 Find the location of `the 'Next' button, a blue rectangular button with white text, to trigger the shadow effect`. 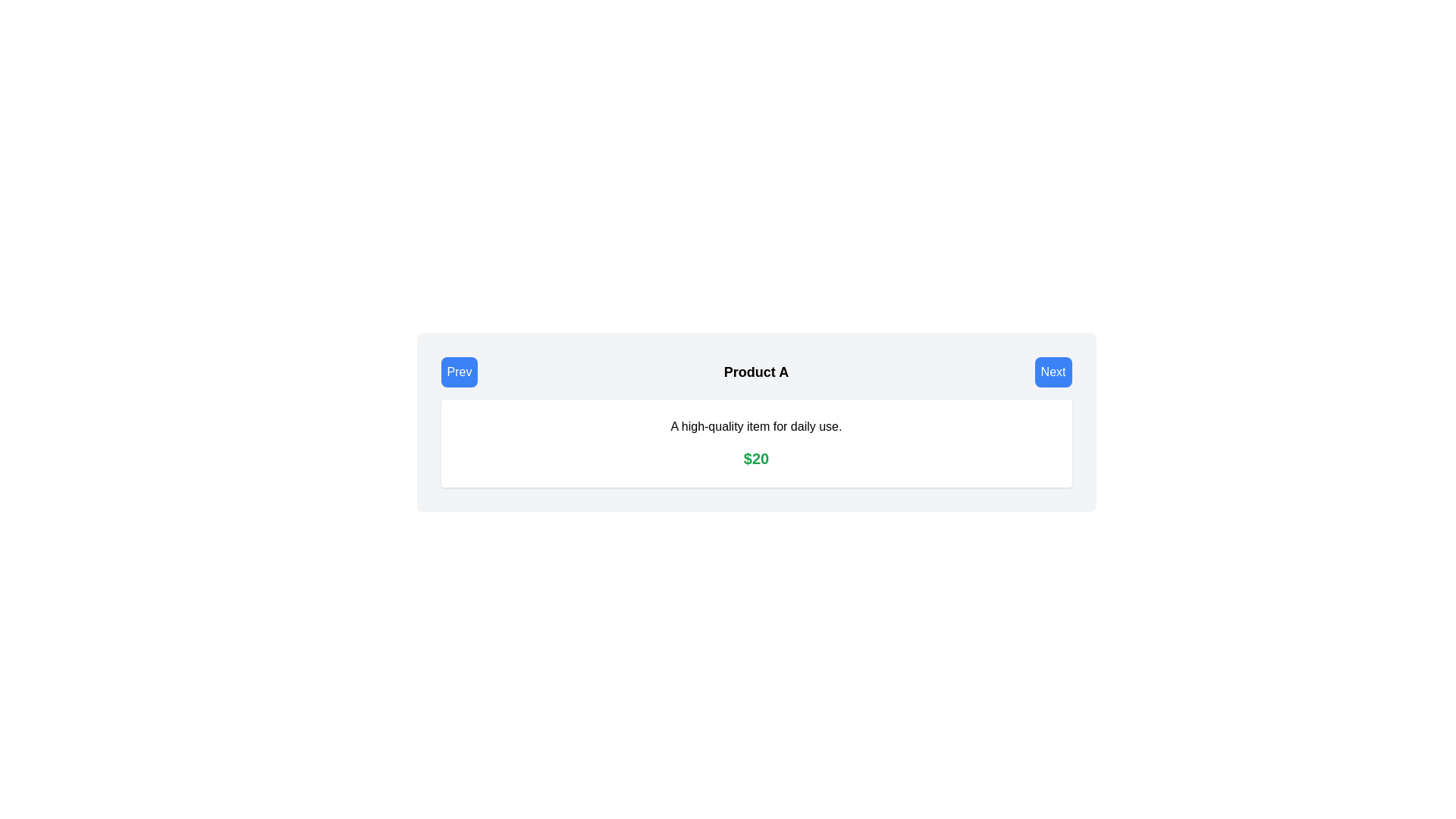

the 'Next' button, a blue rectangular button with white text, to trigger the shadow effect is located at coordinates (1053, 372).